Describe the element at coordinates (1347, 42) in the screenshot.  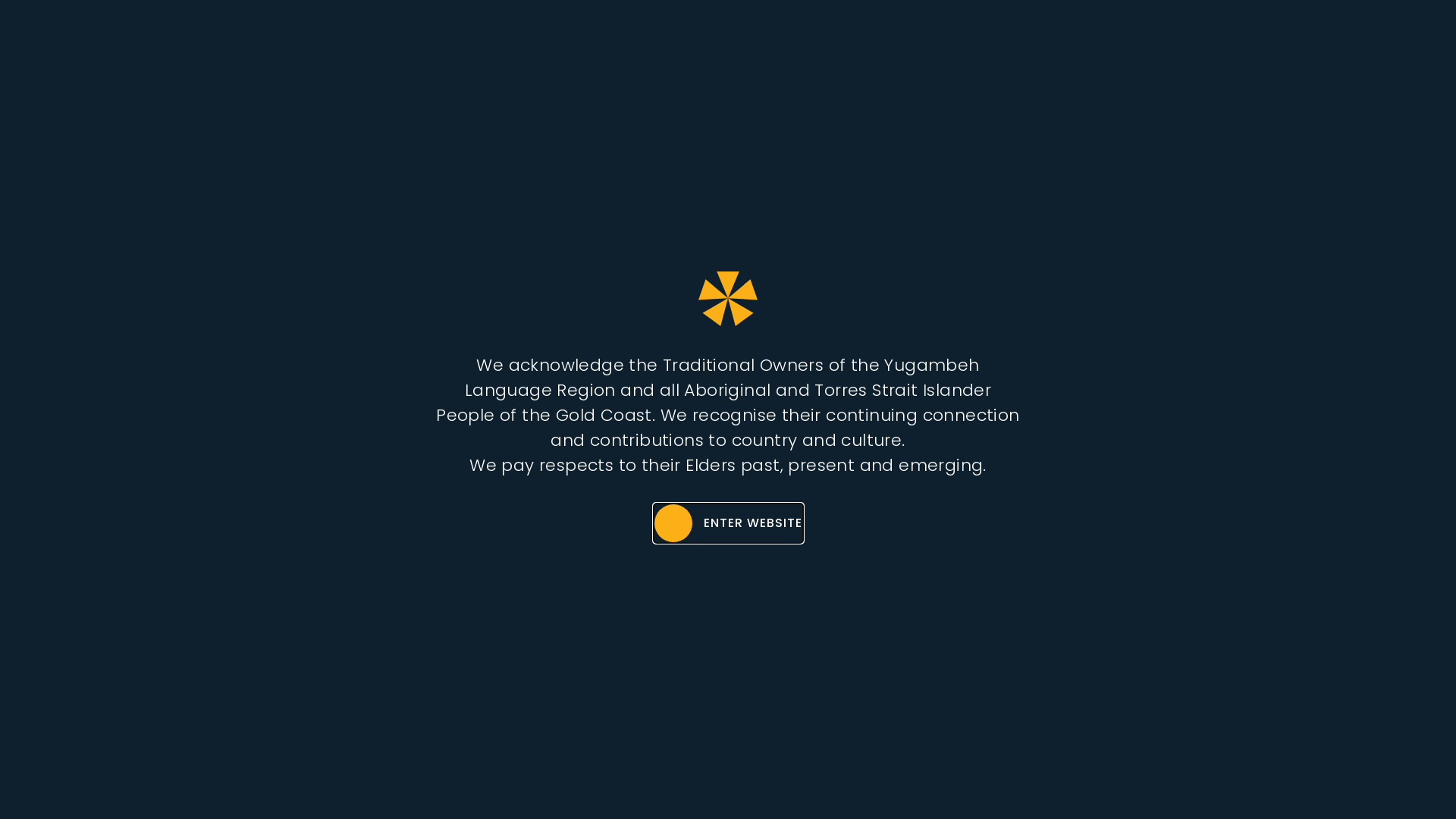
I see `'SIGN UP FOR E-NEWS'` at that location.